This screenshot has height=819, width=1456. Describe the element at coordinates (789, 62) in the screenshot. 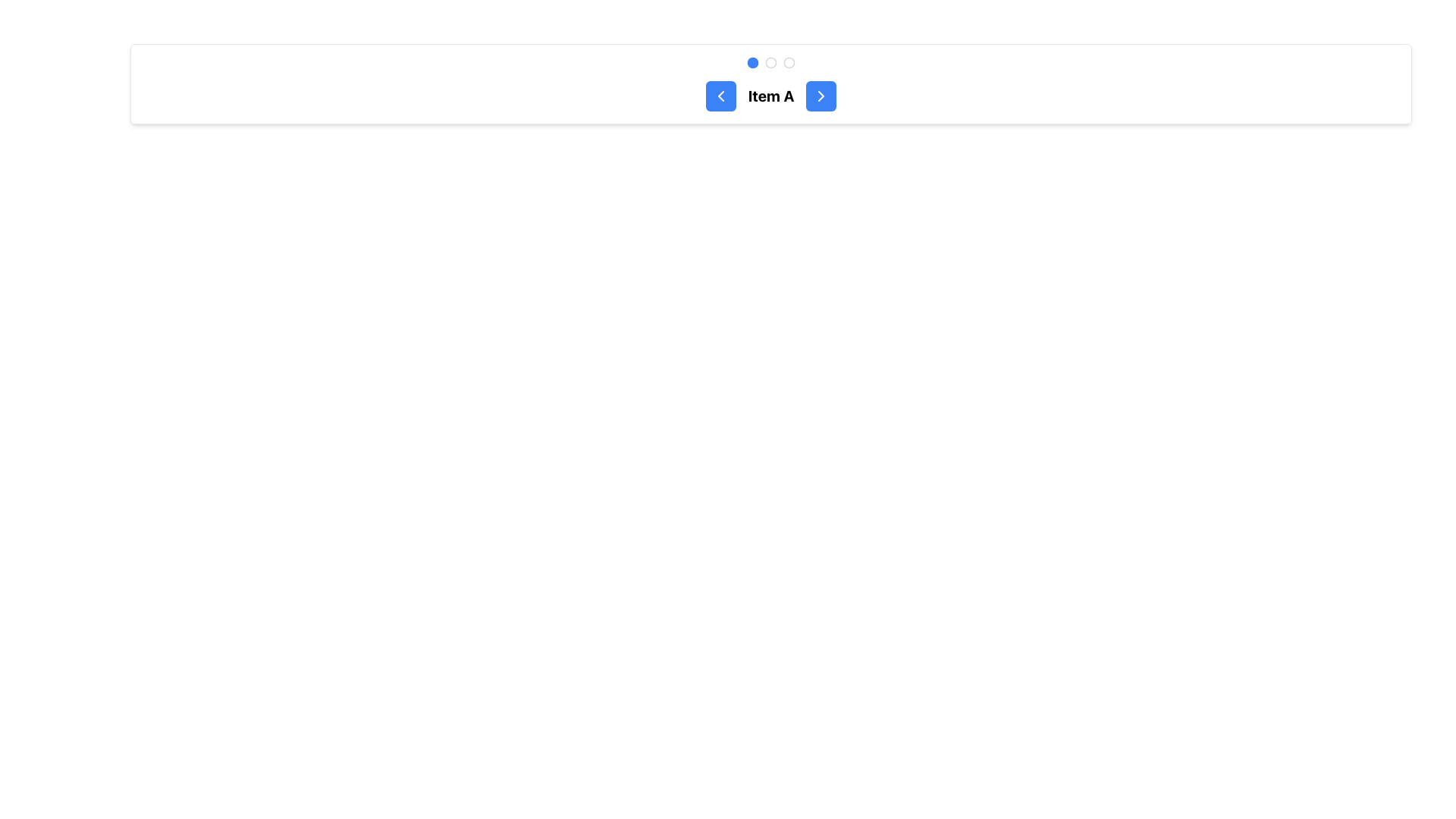

I see `the third circular indicator in the carousel pagination` at that location.